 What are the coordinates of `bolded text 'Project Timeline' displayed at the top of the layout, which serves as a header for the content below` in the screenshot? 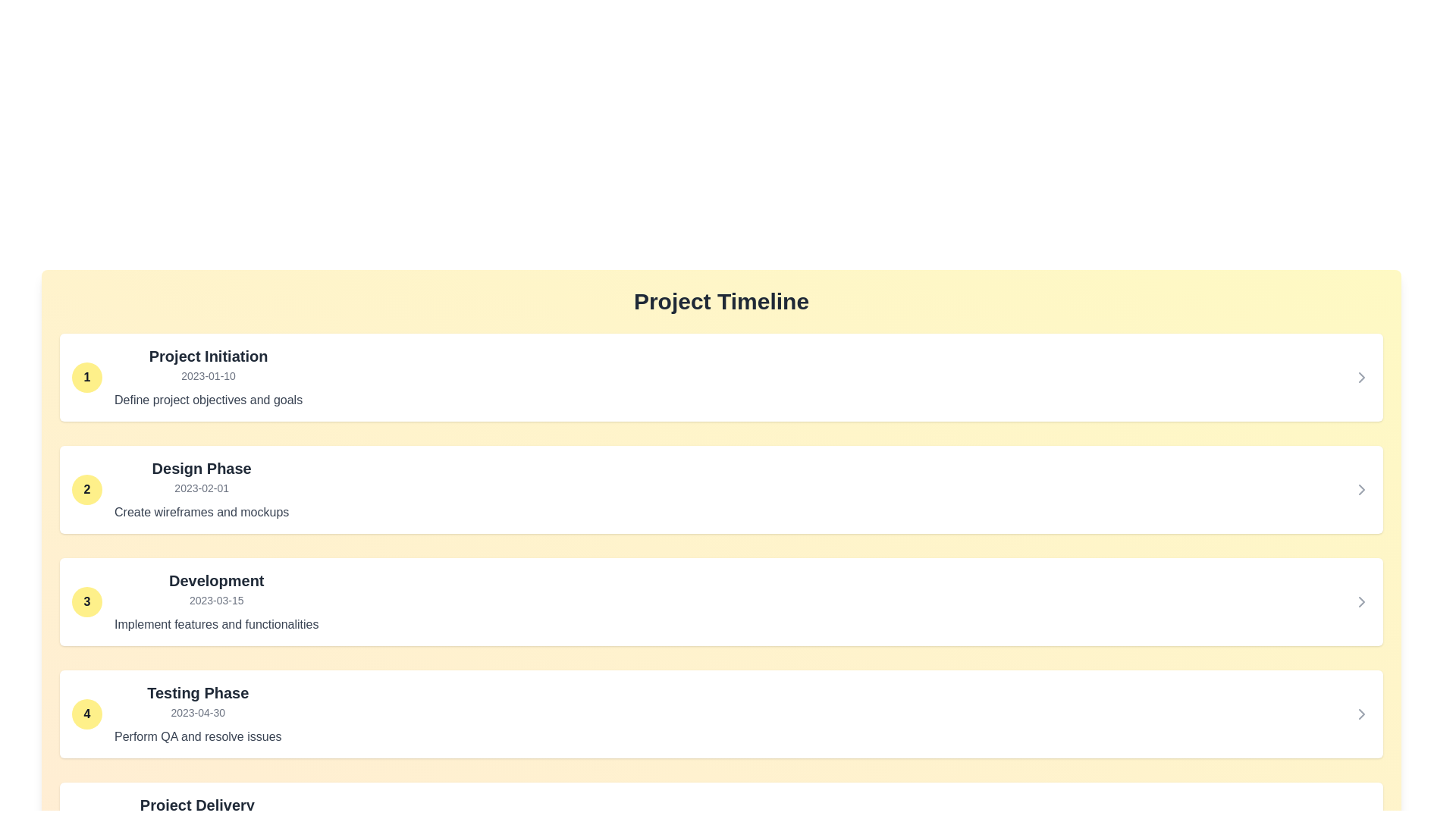 It's located at (720, 301).